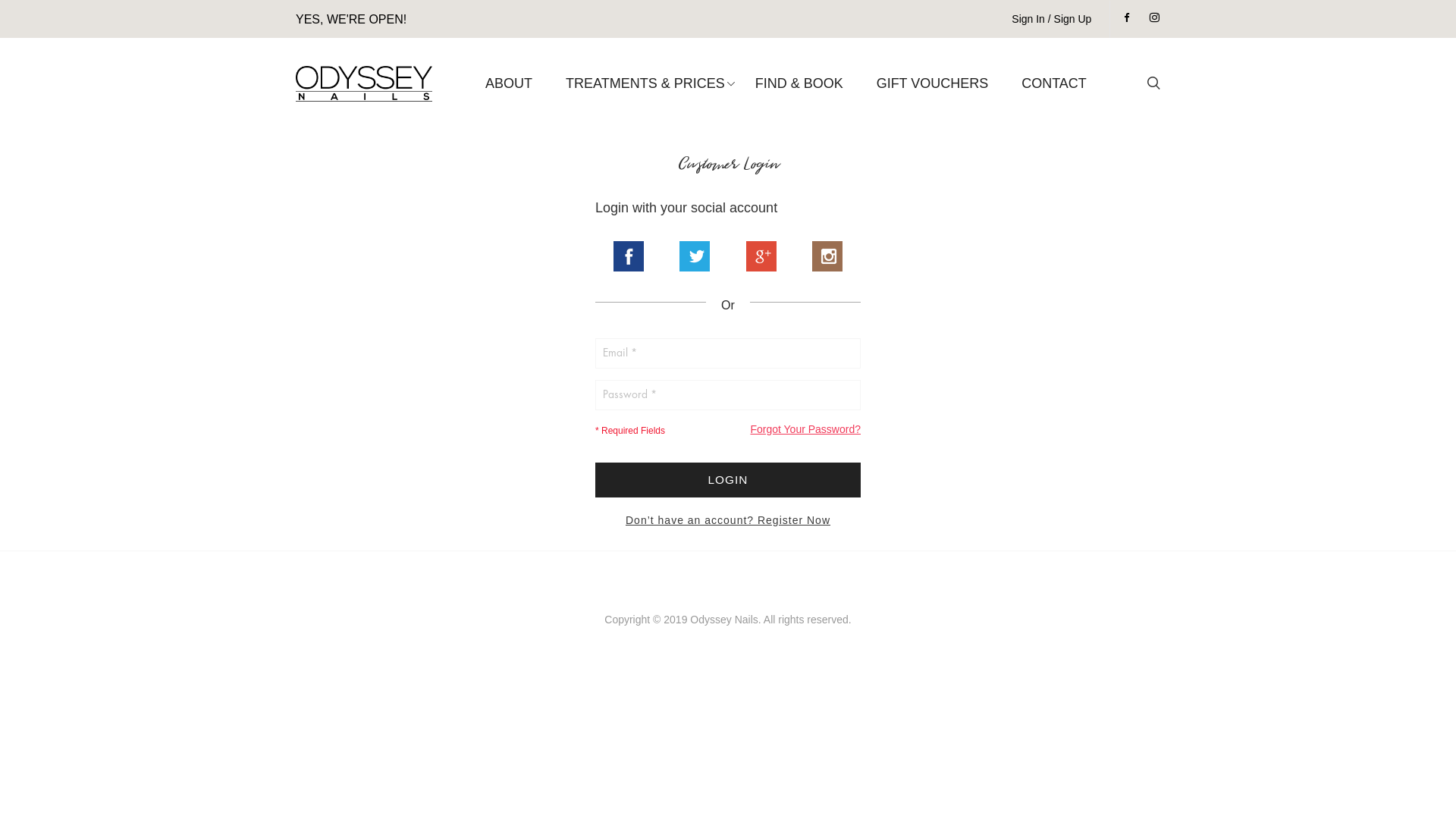 The width and height of the screenshot is (1456, 819). What do you see at coordinates (645, 83) in the screenshot?
I see `'TREATMENTS & PRICES'` at bounding box center [645, 83].